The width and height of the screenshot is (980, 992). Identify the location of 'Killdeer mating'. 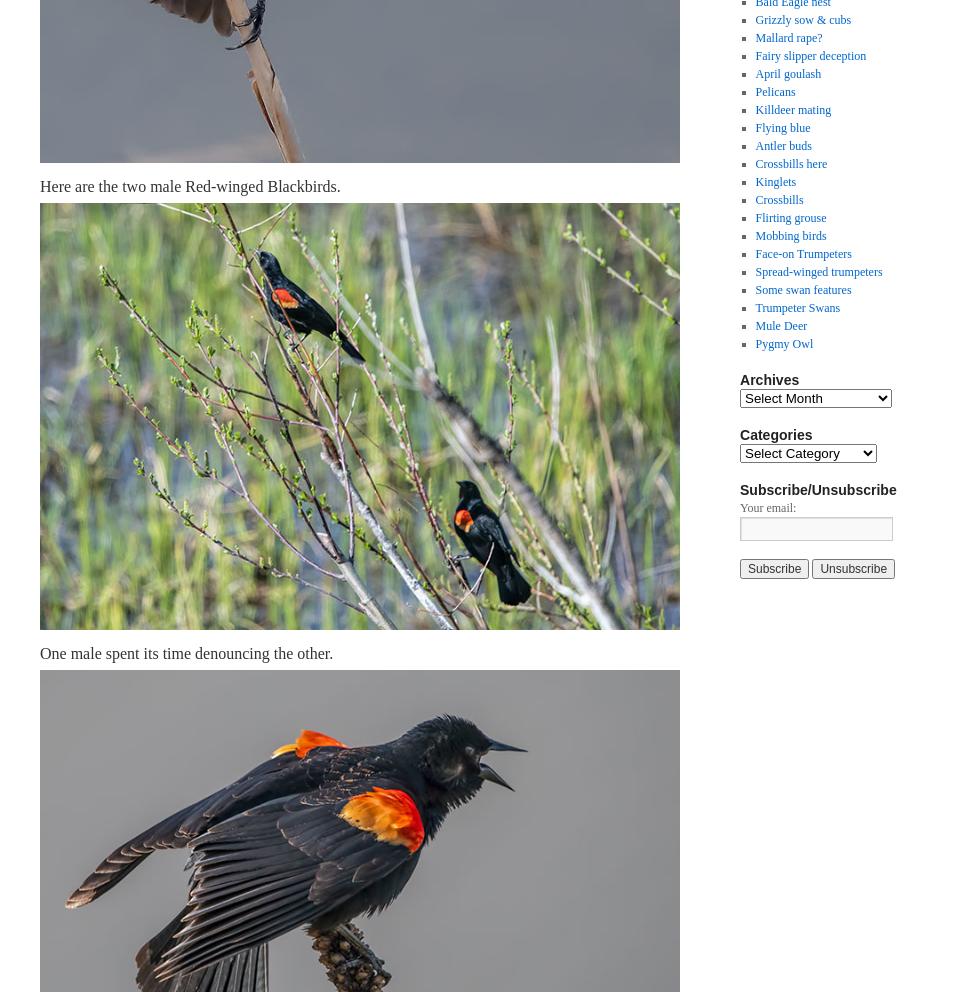
(793, 109).